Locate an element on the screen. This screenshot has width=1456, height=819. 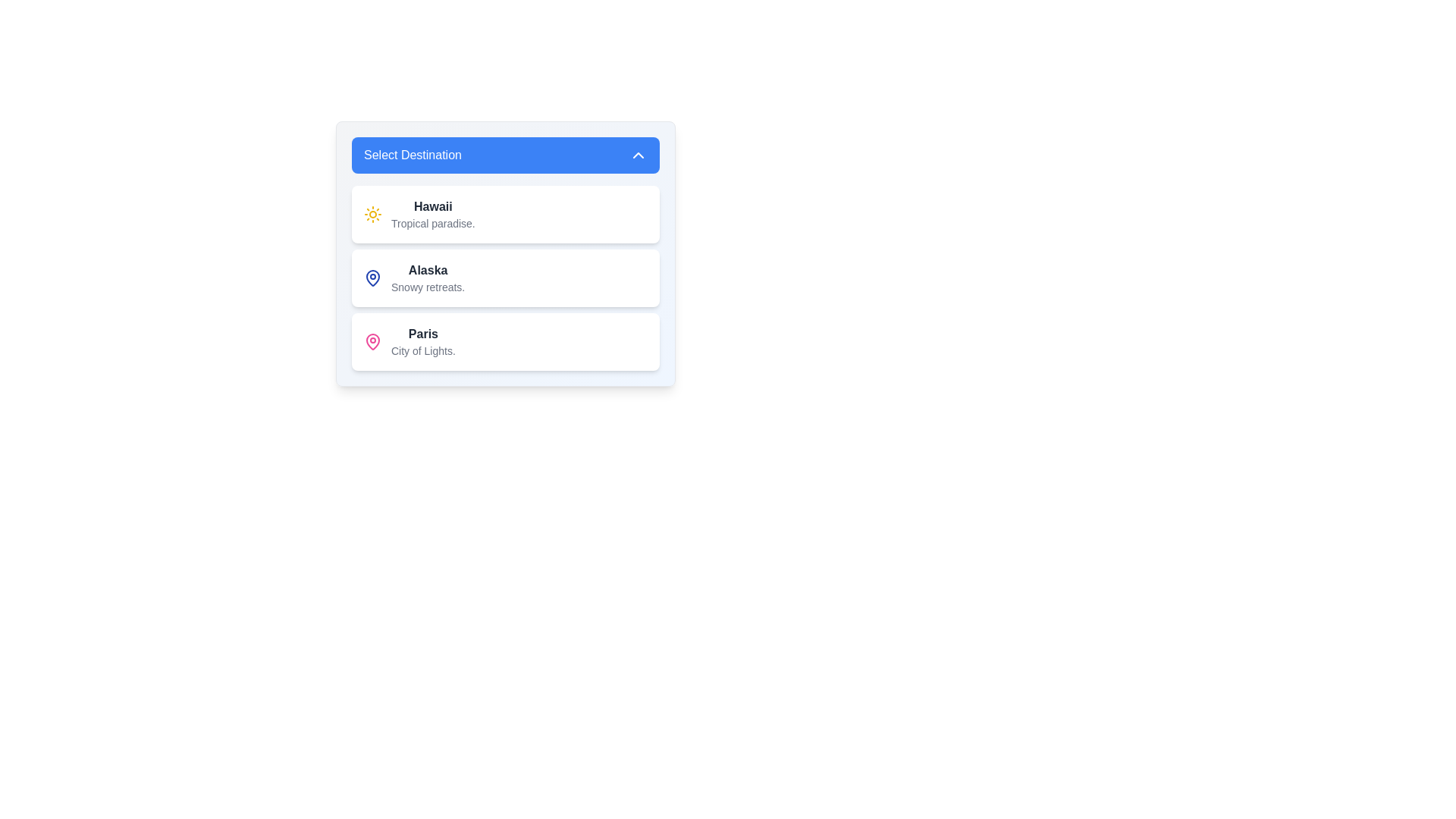
the selection option representing 'Paris, City of Lights.' in the third row of the vertical selection panel is located at coordinates (409, 342).